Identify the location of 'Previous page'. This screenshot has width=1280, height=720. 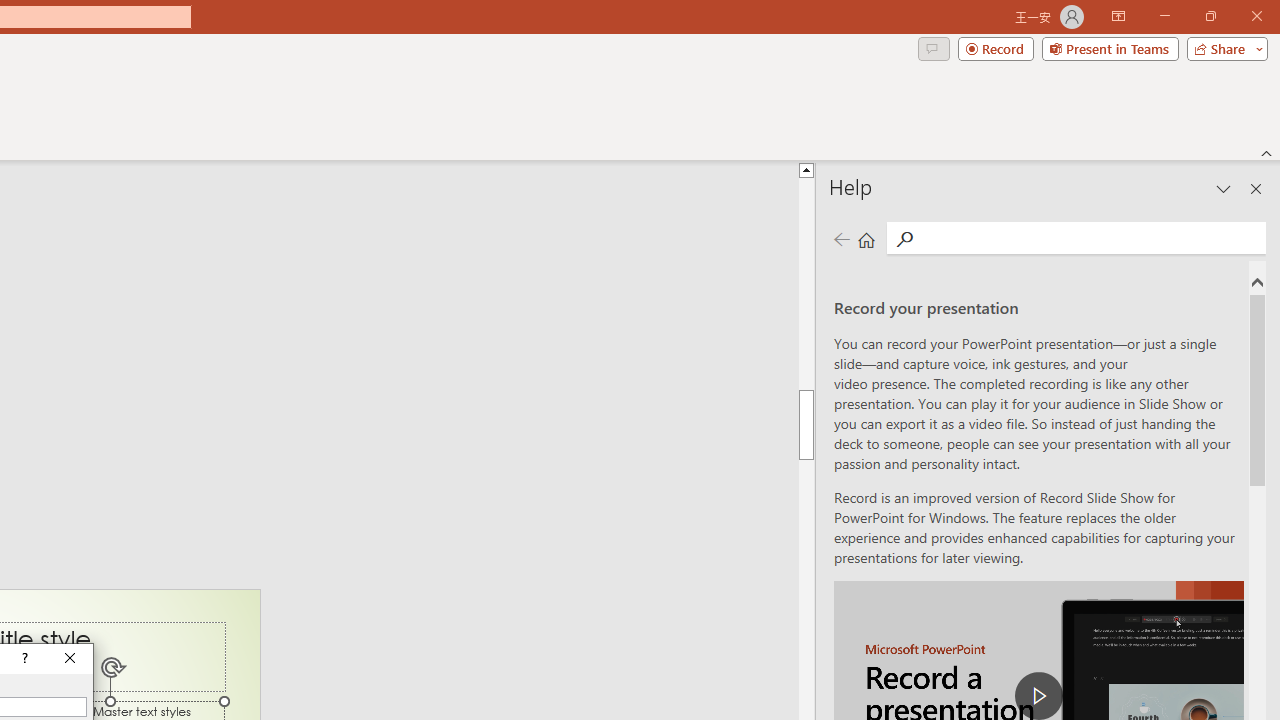
(841, 238).